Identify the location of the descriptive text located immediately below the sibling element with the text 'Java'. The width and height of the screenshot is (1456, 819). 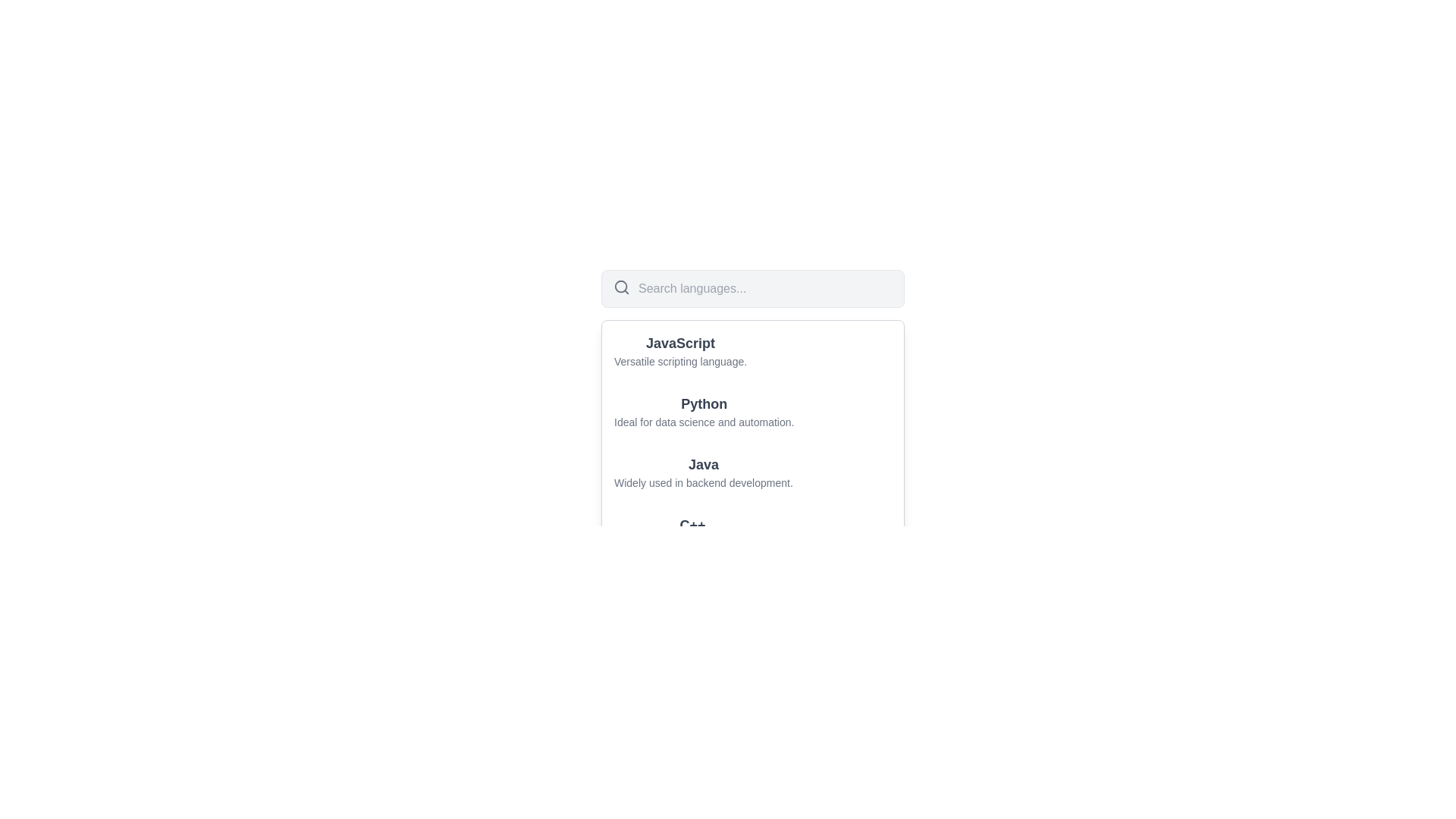
(702, 482).